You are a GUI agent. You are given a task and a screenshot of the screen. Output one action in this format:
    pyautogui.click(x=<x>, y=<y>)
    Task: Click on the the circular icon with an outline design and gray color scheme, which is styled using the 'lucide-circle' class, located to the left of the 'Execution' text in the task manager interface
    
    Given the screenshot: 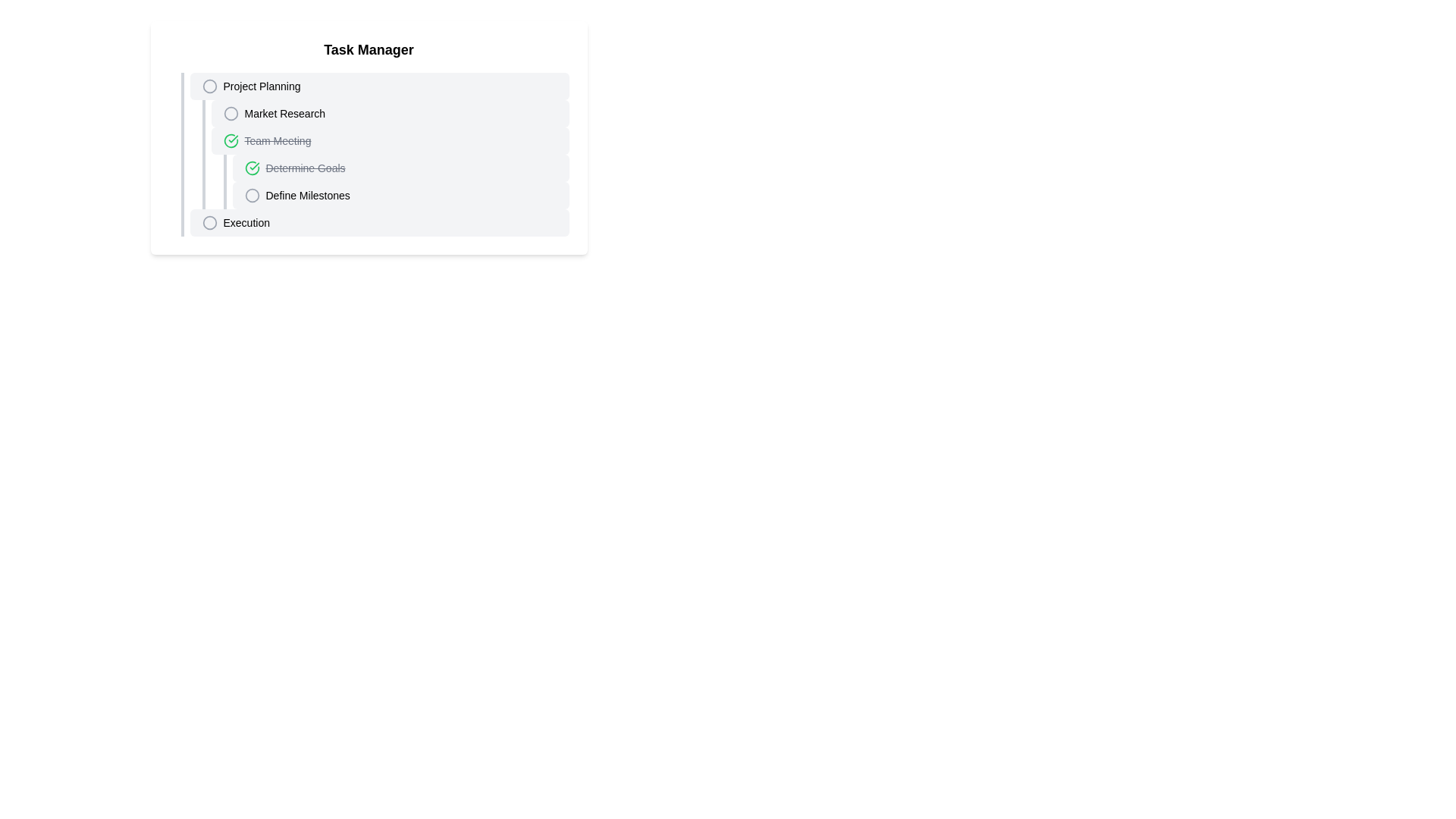 What is the action you would take?
    pyautogui.click(x=209, y=222)
    